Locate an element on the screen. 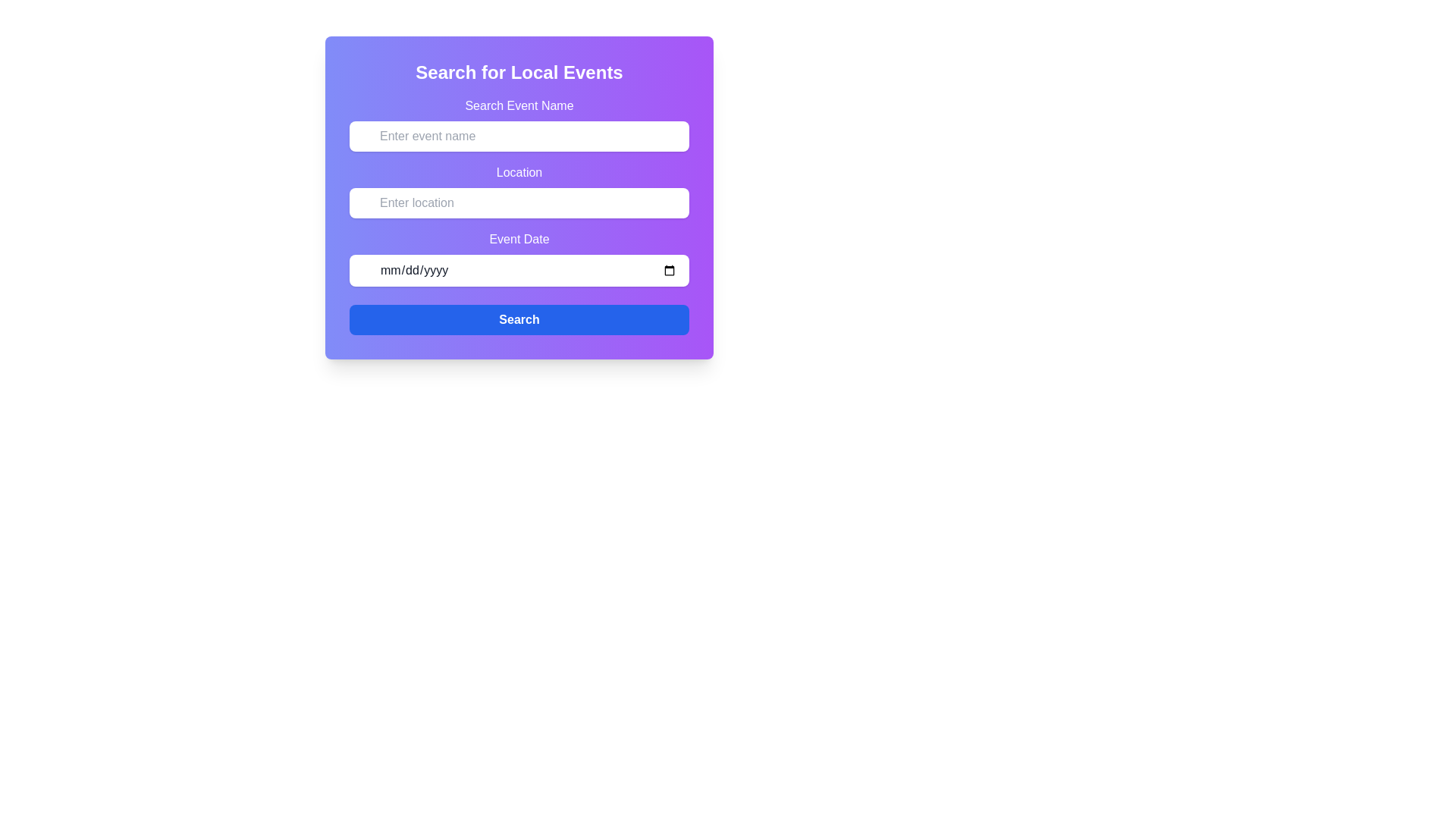 The image size is (1456, 819). text label 'Search Event Name' which is displayed in bold white color above the input field is located at coordinates (519, 105).